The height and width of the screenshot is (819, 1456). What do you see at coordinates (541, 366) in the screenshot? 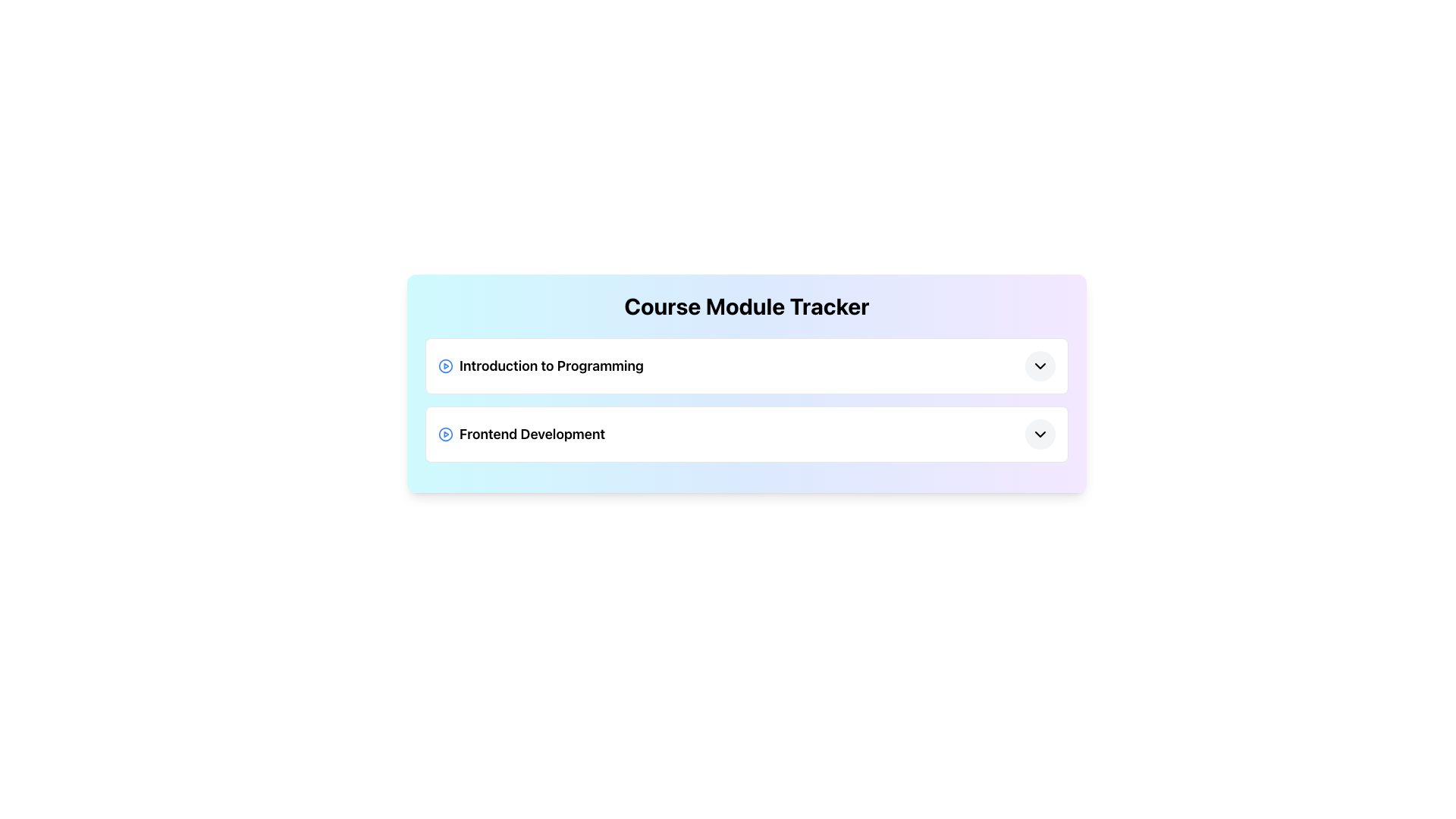
I see `the text label that reads 'Introduction to Programming', styled with a bold font and located to the right of a circular blue play icon` at bounding box center [541, 366].